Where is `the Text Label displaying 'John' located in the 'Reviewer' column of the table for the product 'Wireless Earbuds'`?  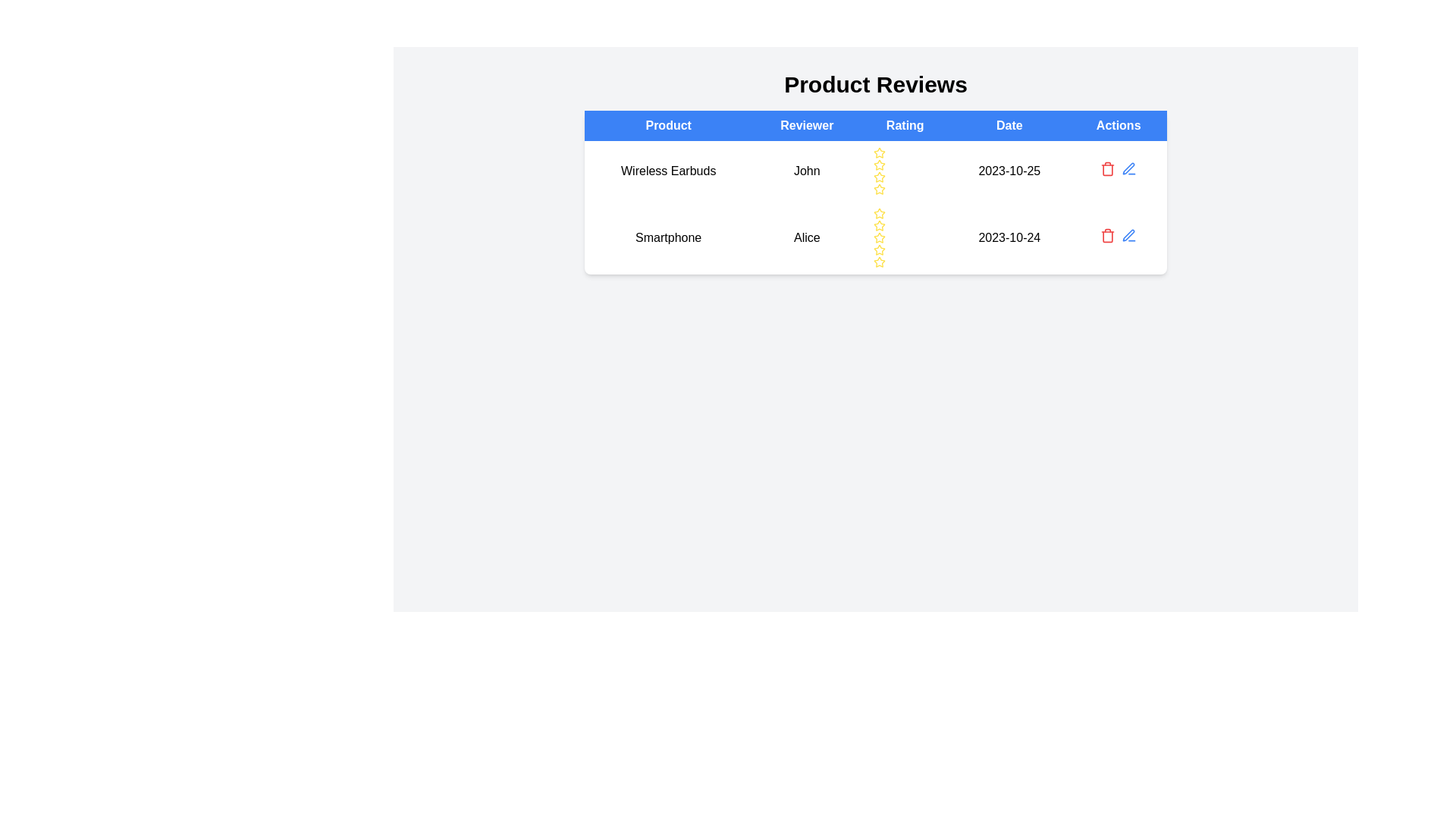 the Text Label displaying 'John' located in the 'Reviewer' column of the table for the product 'Wireless Earbuds' is located at coordinates (806, 171).